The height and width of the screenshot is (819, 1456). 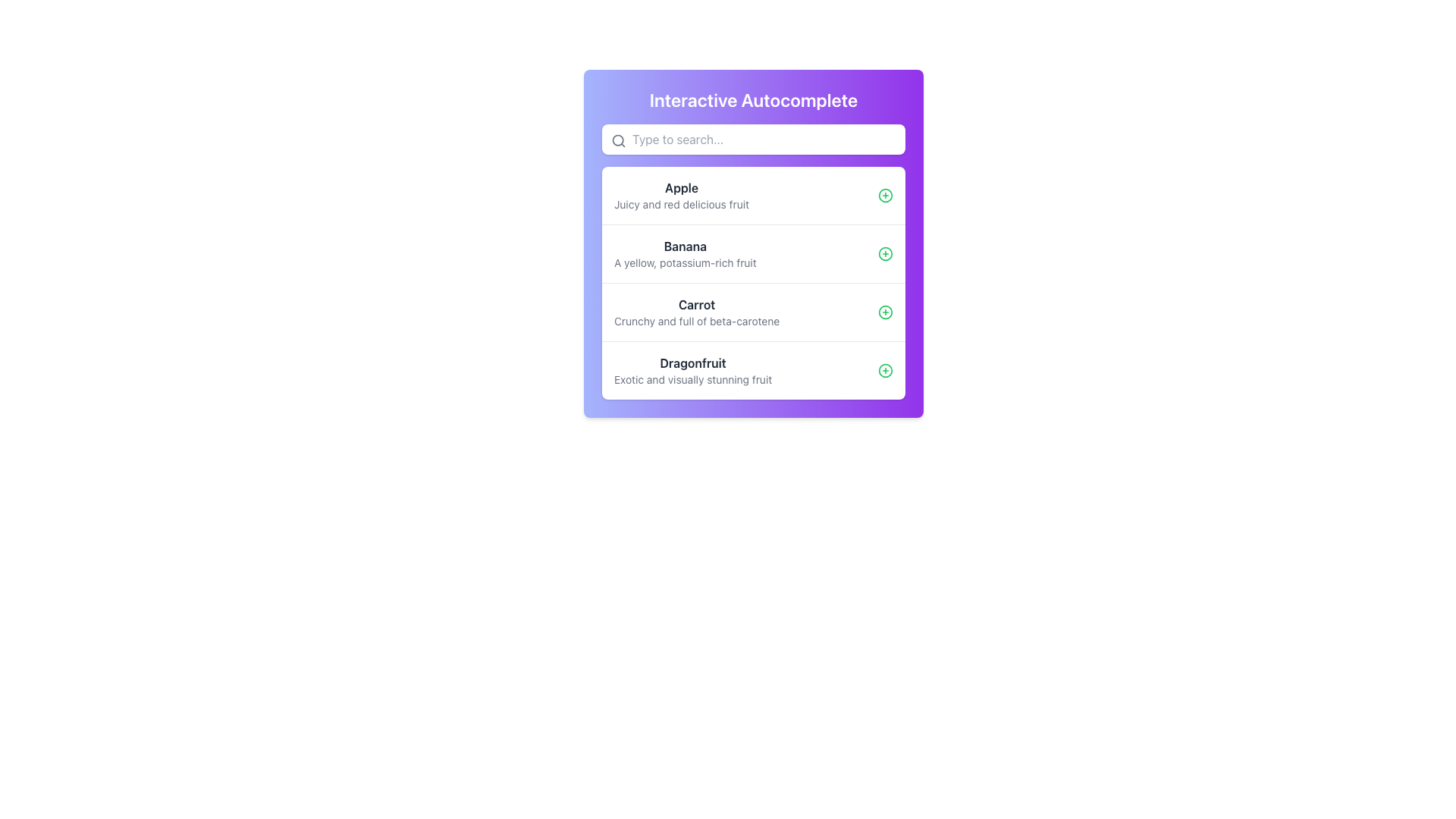 I want to click on the description text 'Juicy and red delicious fruit' located beneath the title 'Apple' in the first entry of the autocomplete list, so click(x=680, y=205).